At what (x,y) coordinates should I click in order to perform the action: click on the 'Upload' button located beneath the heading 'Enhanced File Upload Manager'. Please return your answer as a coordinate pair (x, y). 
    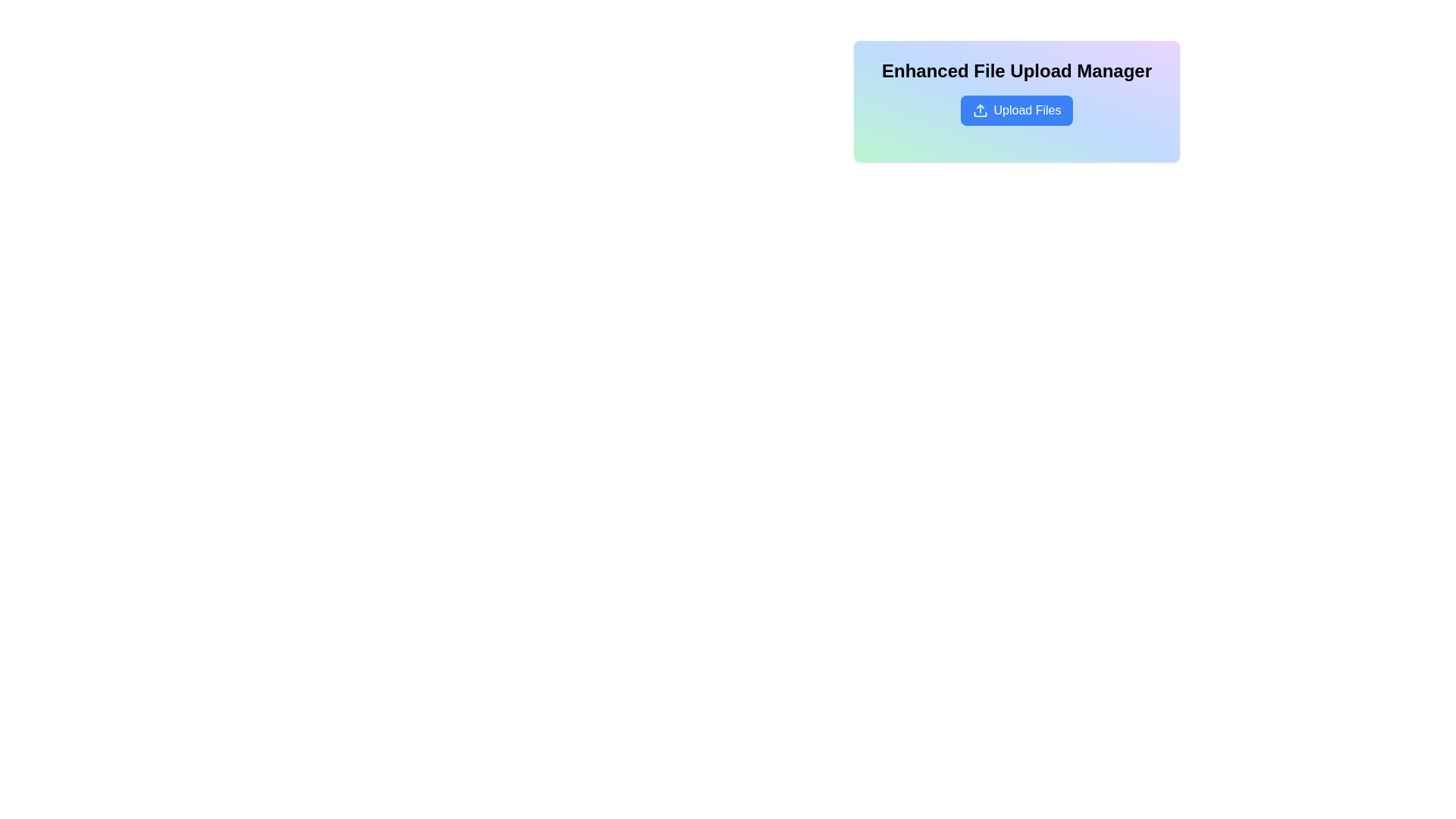
    Looking at the image, I should click on (1016, 110).